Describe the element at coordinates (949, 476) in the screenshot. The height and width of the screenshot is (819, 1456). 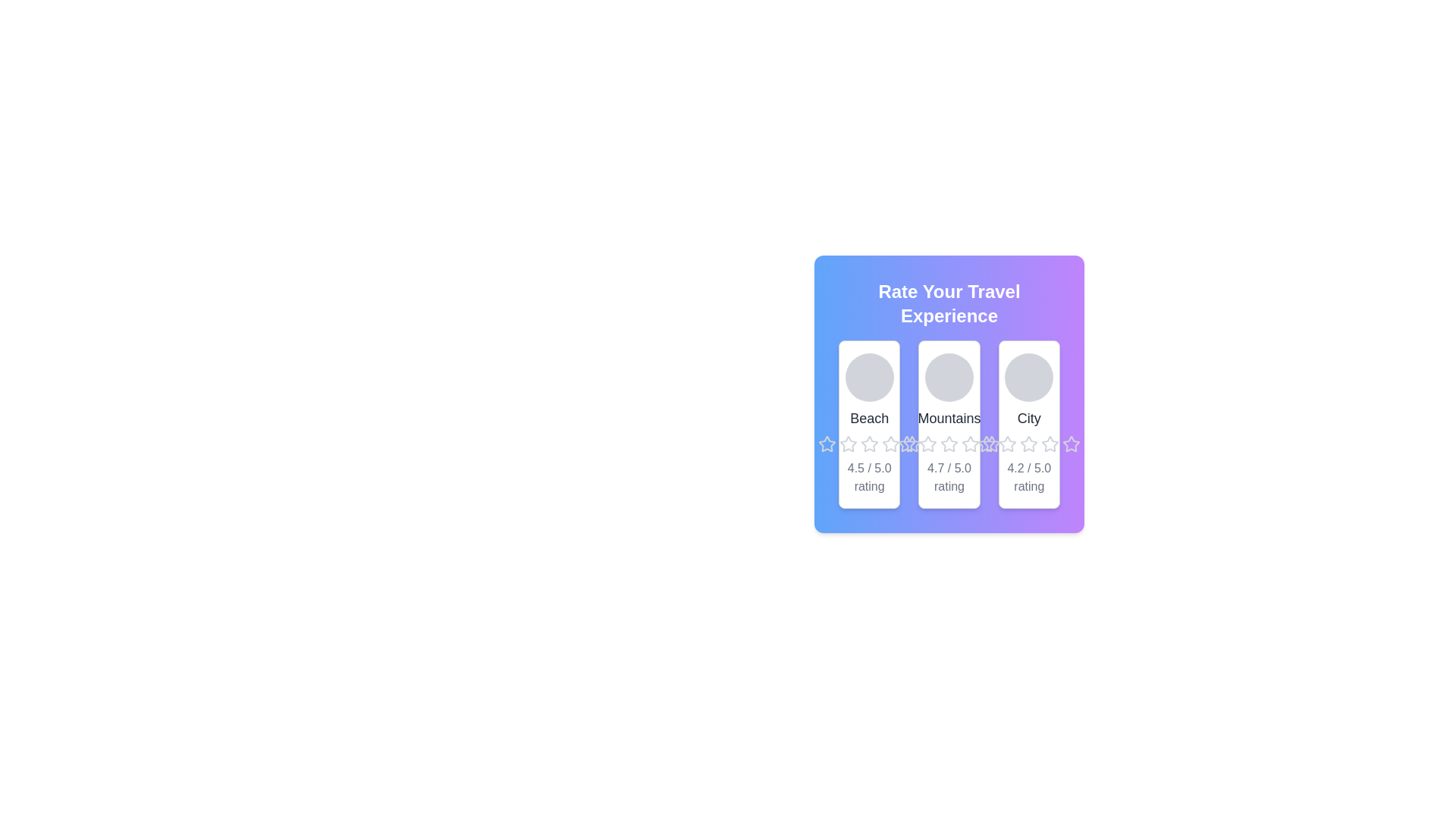
I see `the text label displaying the average rating for the 'Mountains' category, located beneath the title and star icons in the second card of three` at that location.